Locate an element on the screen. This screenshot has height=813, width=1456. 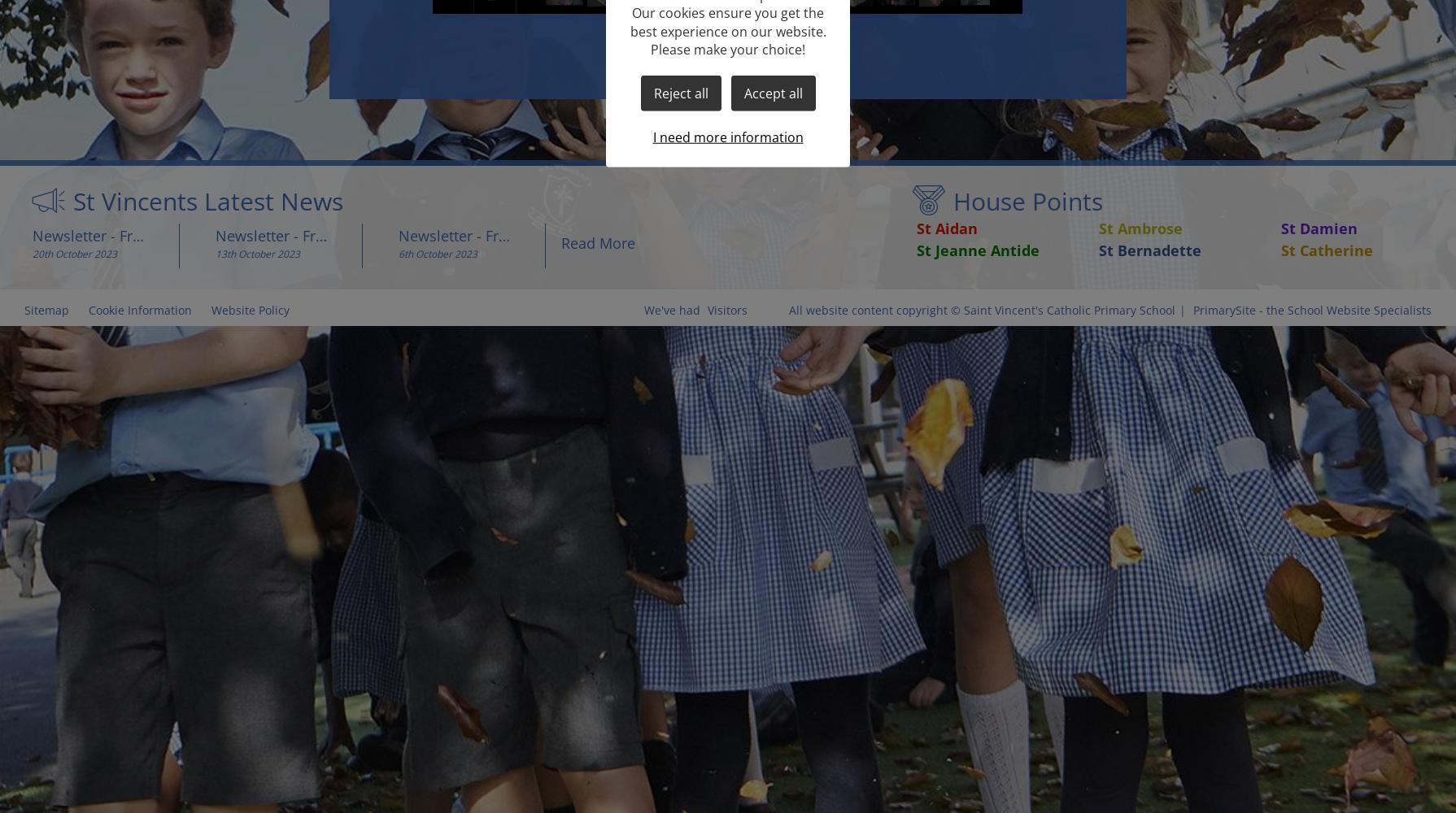
'Our cookies ensure you get the best experience on our website.' is located at coordinates (726, 22).